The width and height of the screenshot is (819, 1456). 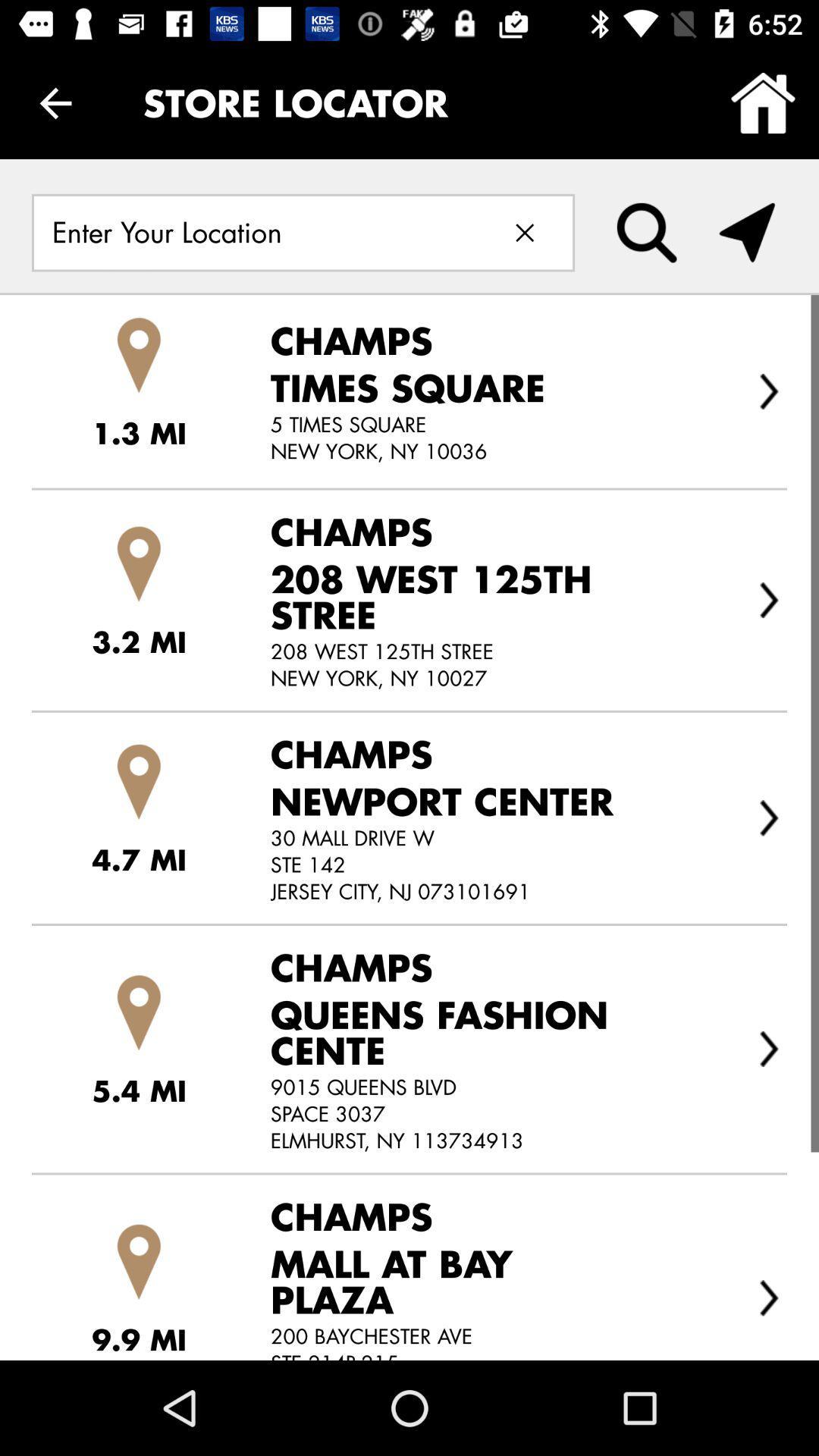 I want to click on the close icon, so click(x=524, y=232).